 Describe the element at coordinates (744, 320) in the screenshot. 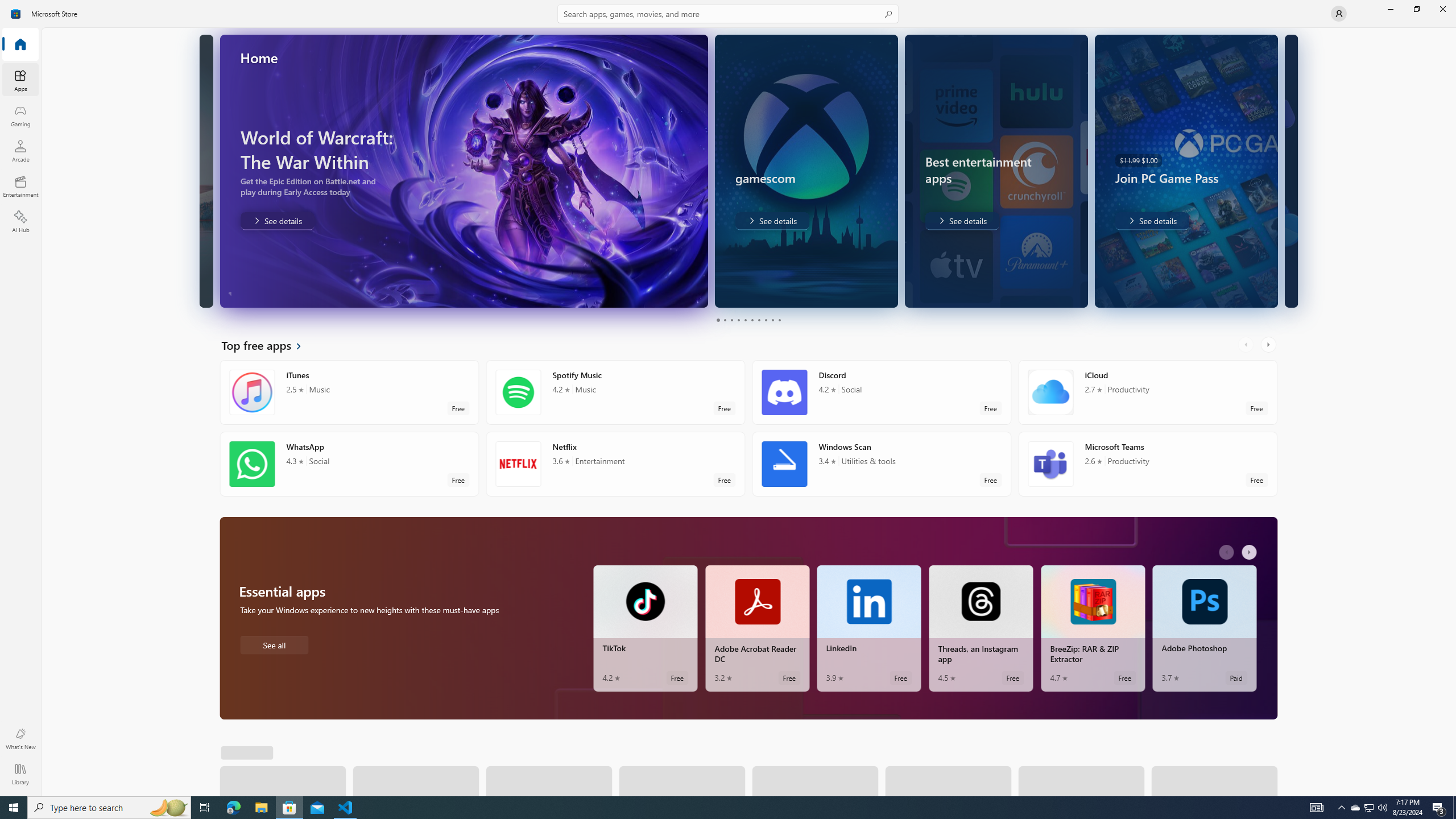

I see `'Page 5'` at that location.